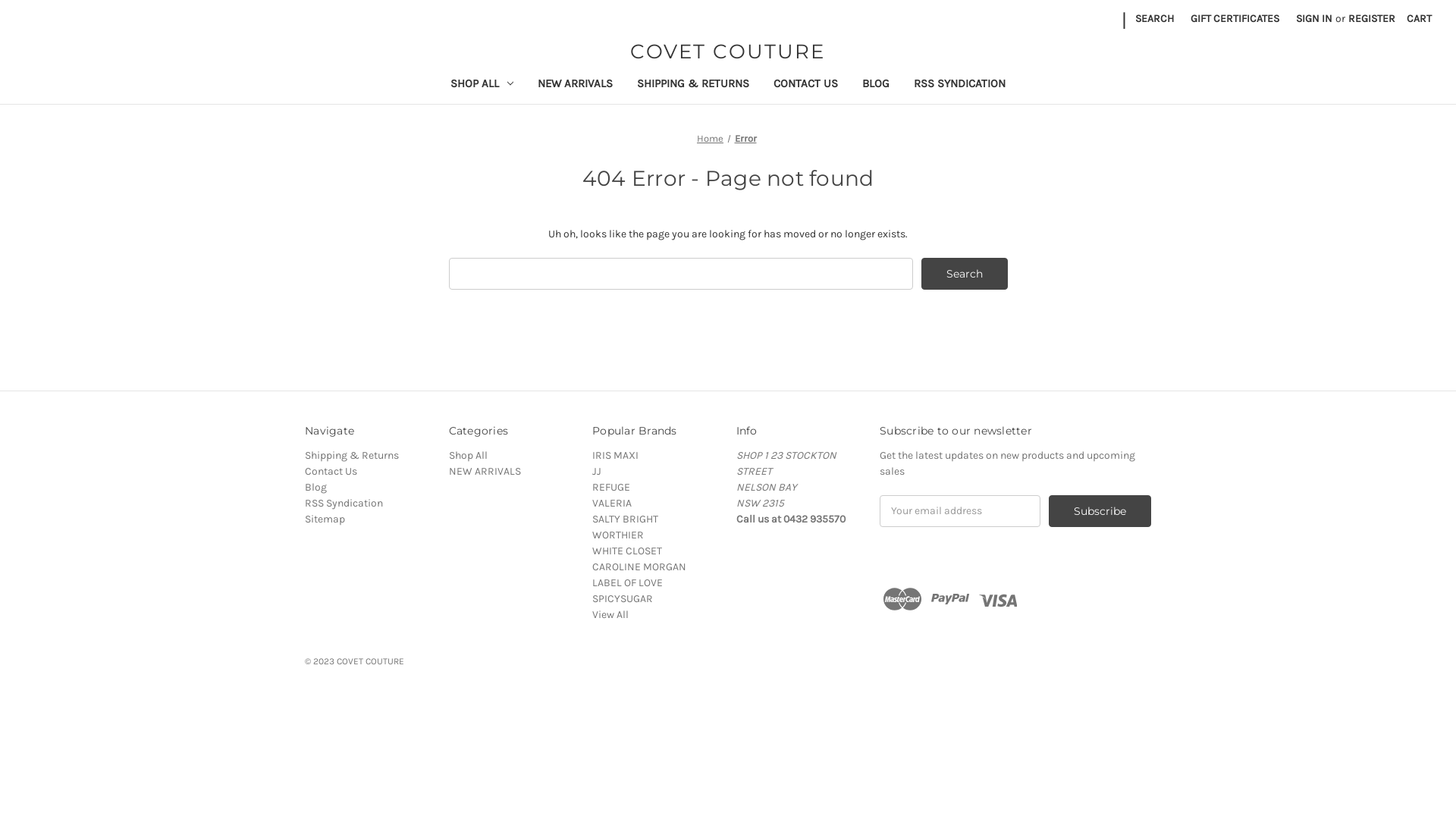 This screenshot has width=1456, height=819. Describe the element at coordinates (1100, 511) in the screenshot. I see `'Subscribe'` at that location.